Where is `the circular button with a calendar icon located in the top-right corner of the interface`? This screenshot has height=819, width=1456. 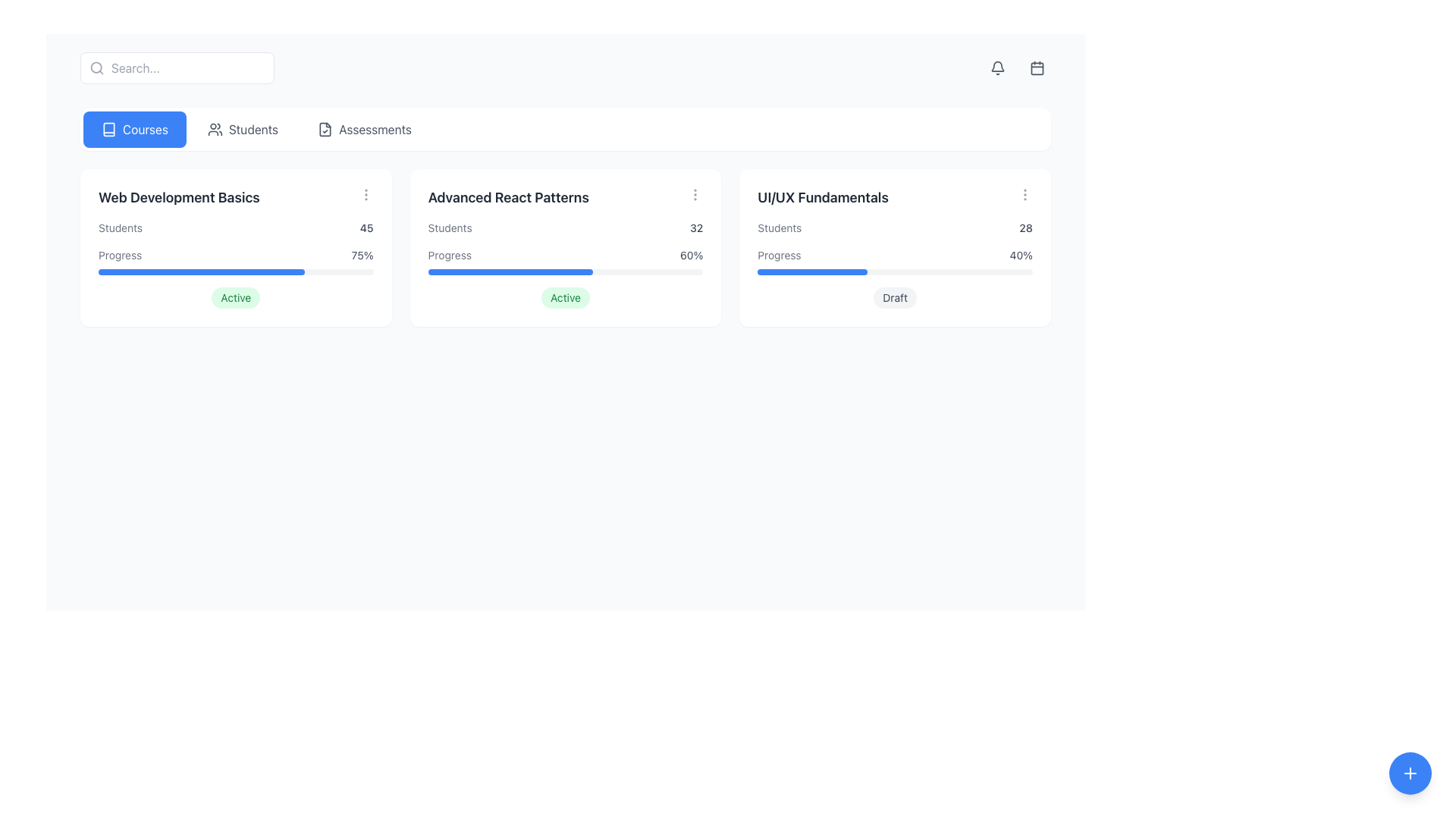 the circular button with a calendar icon located in the top-right corner of the interface is located at coordinates (1037, 67).